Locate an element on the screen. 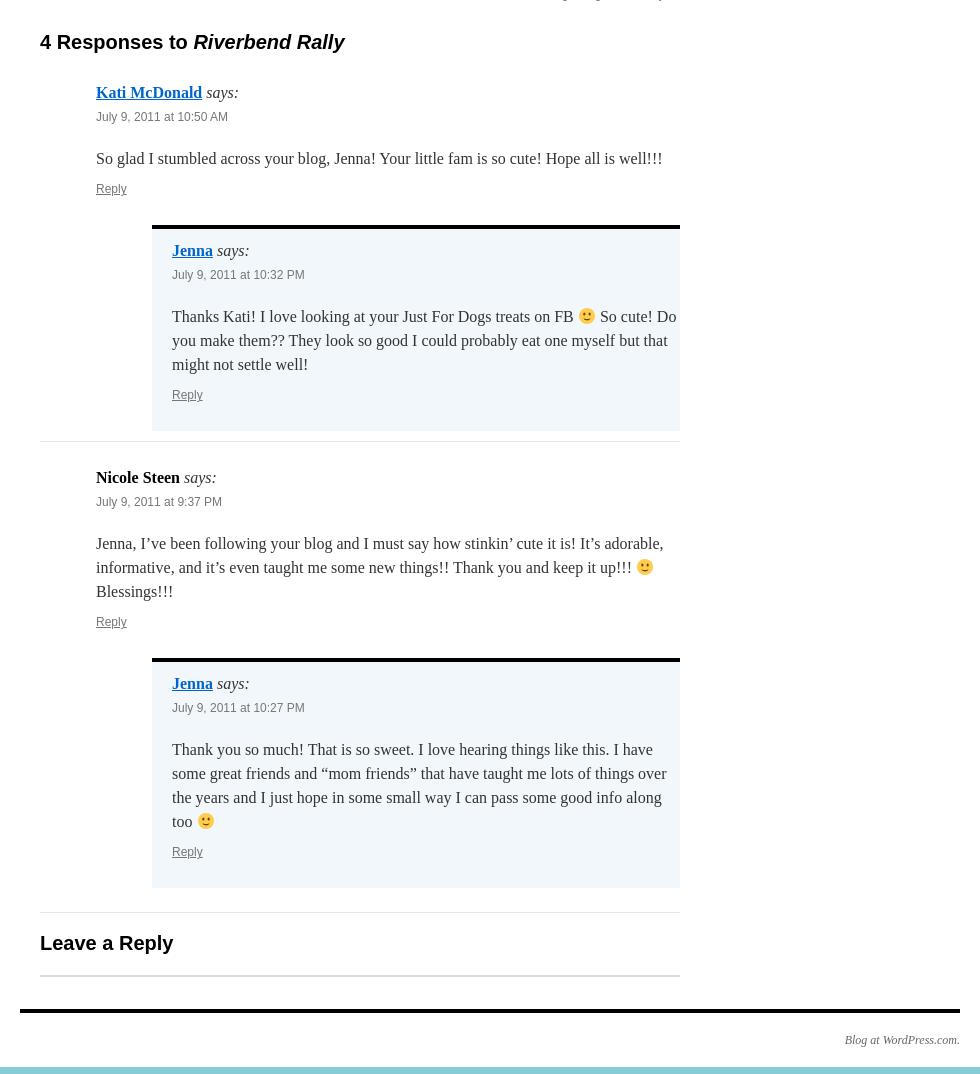 This screenshot has height=1074, width=980. 'Kati McDonald' is located at coordinates (148, 92).